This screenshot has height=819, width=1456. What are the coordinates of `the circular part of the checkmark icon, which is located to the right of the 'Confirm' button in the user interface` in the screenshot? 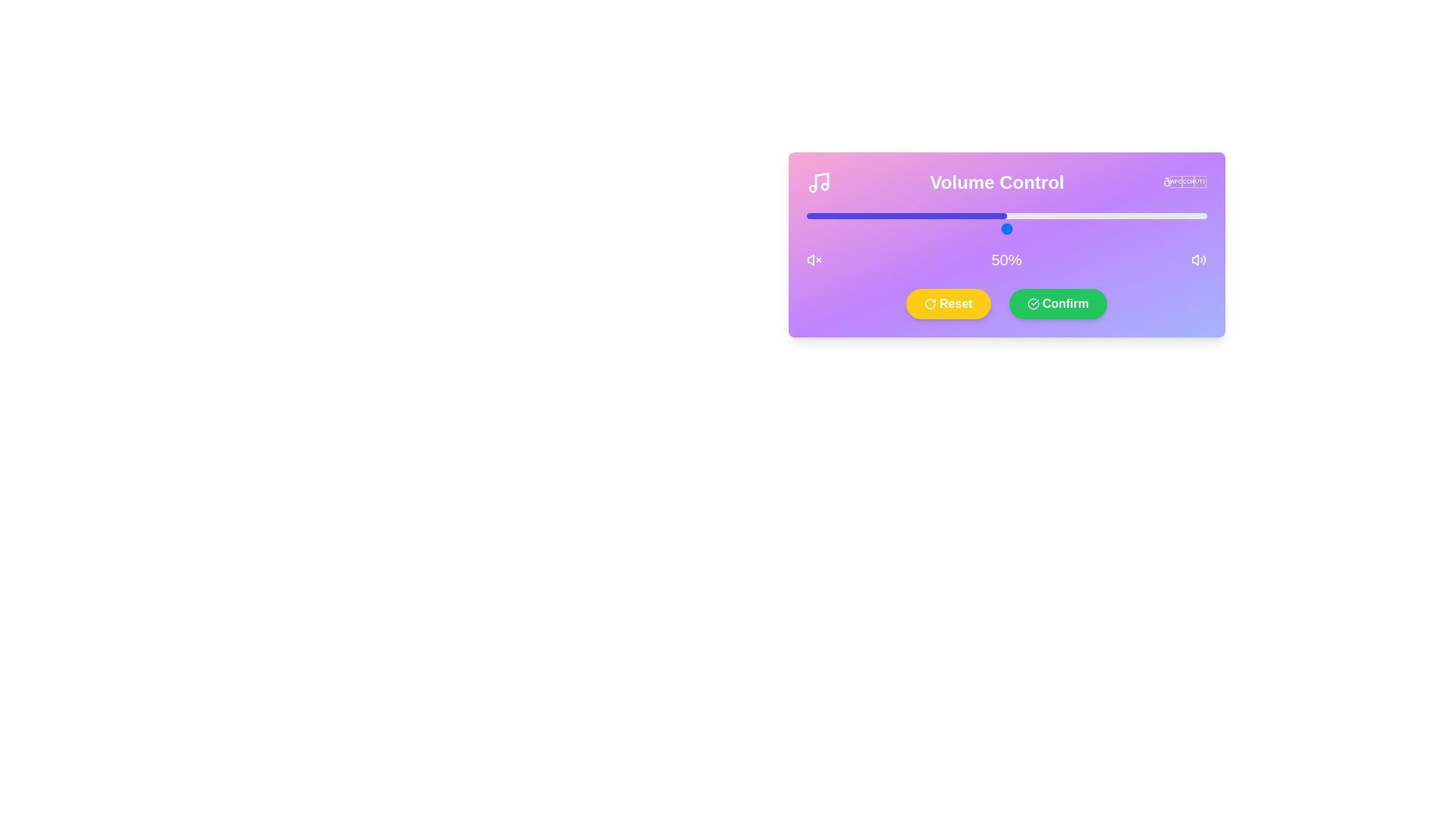 It's located at (1032, 304).